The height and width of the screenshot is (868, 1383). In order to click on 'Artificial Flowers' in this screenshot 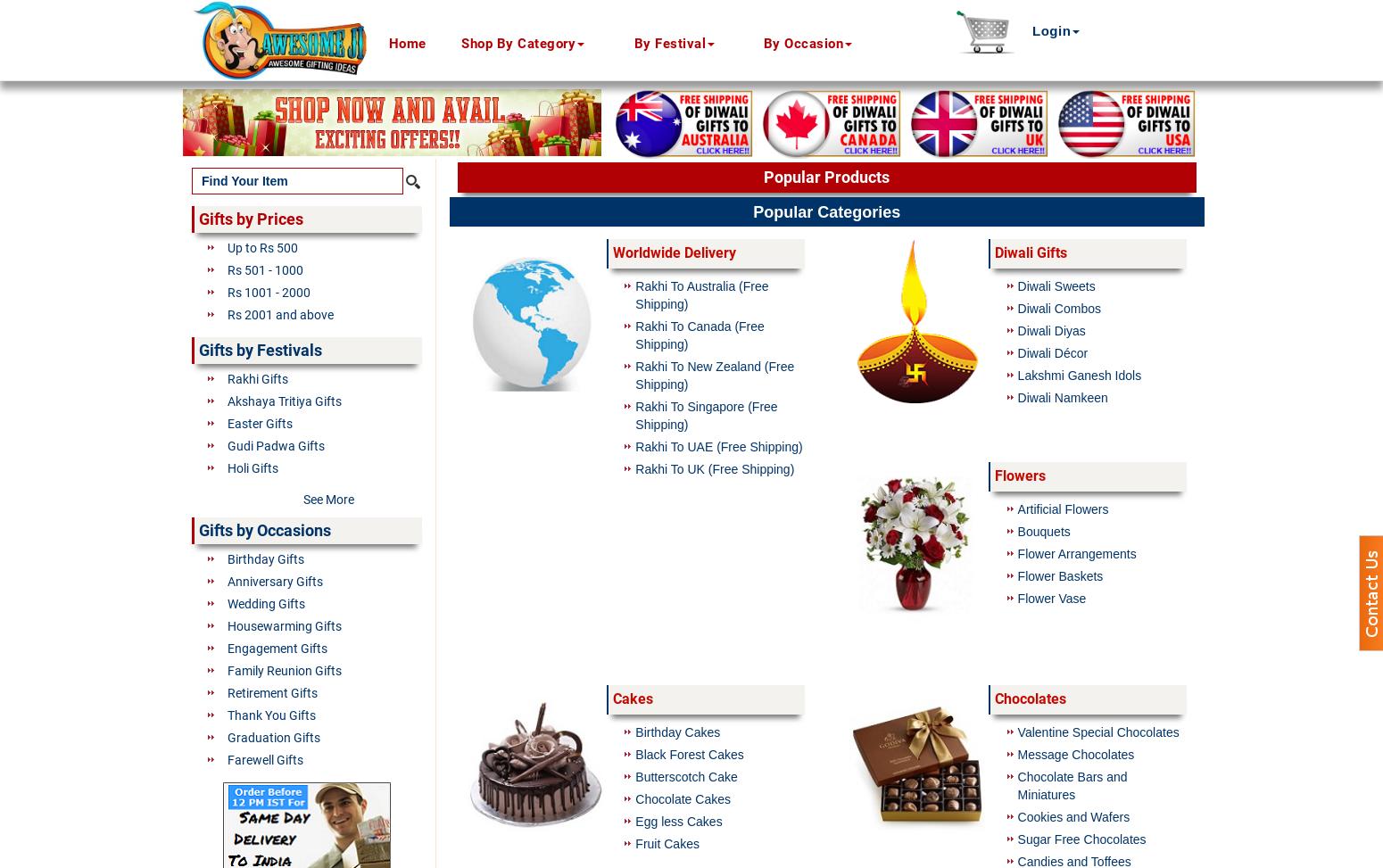, I will do `click(1063, 508)`.